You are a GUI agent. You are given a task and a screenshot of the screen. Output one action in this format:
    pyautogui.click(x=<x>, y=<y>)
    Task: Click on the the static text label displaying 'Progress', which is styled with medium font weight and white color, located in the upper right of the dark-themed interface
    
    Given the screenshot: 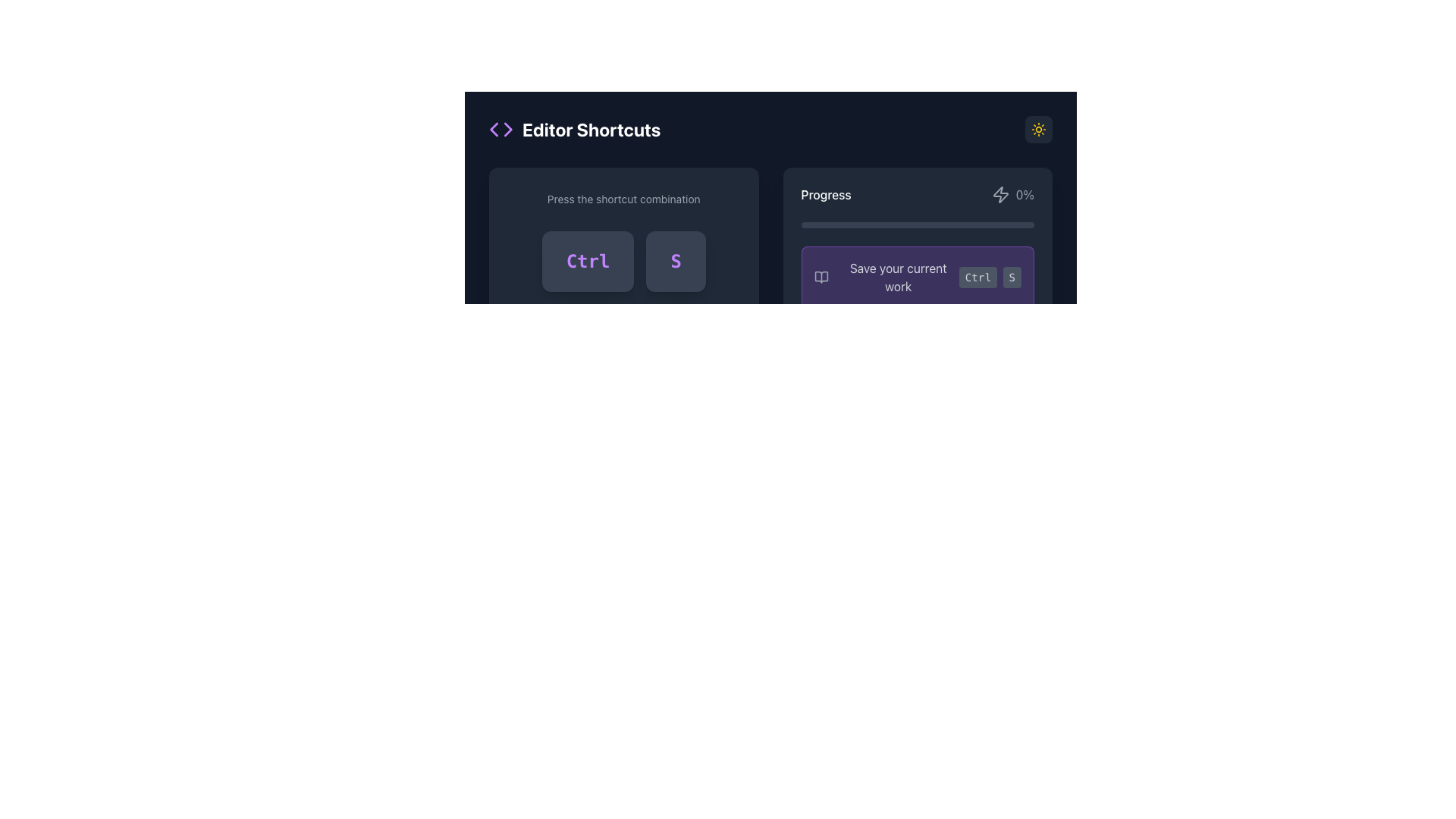 What is the action you would take?
    pyautogui.click(x=825, y=194)
    